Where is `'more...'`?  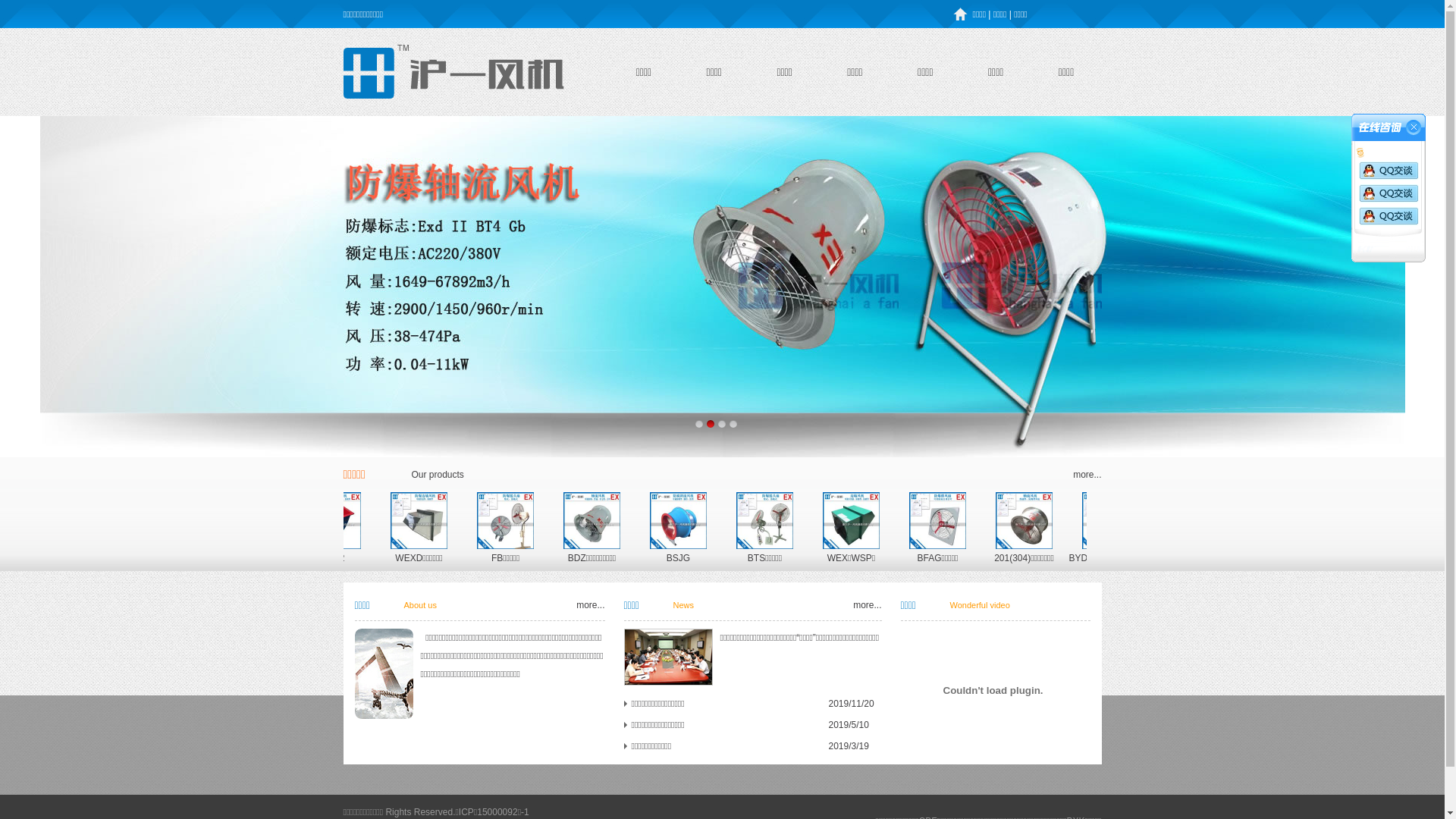
'more...' is located at coordinates (589, 604).